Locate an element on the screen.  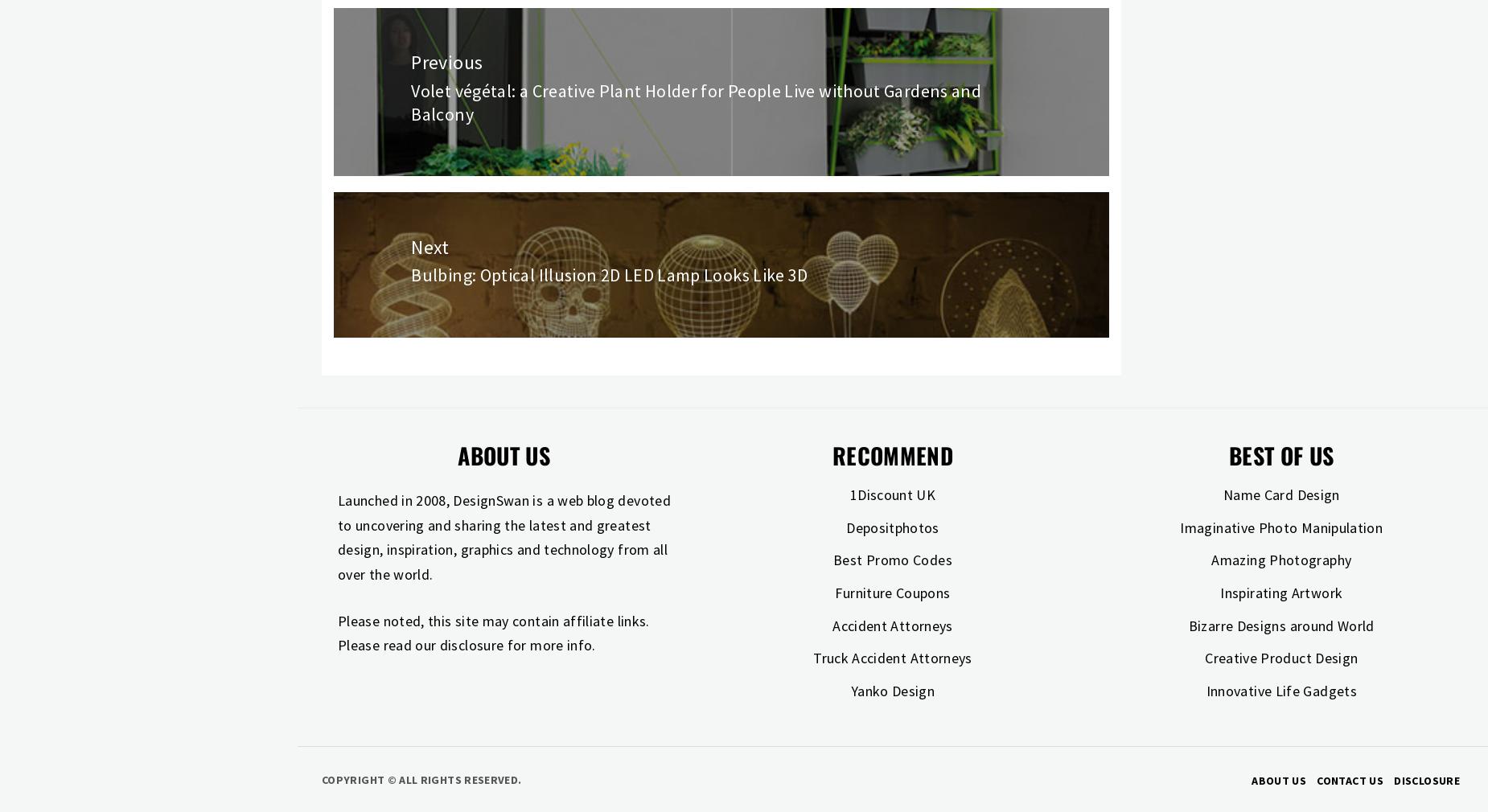
'Next' is located at coordinates (430, 246).